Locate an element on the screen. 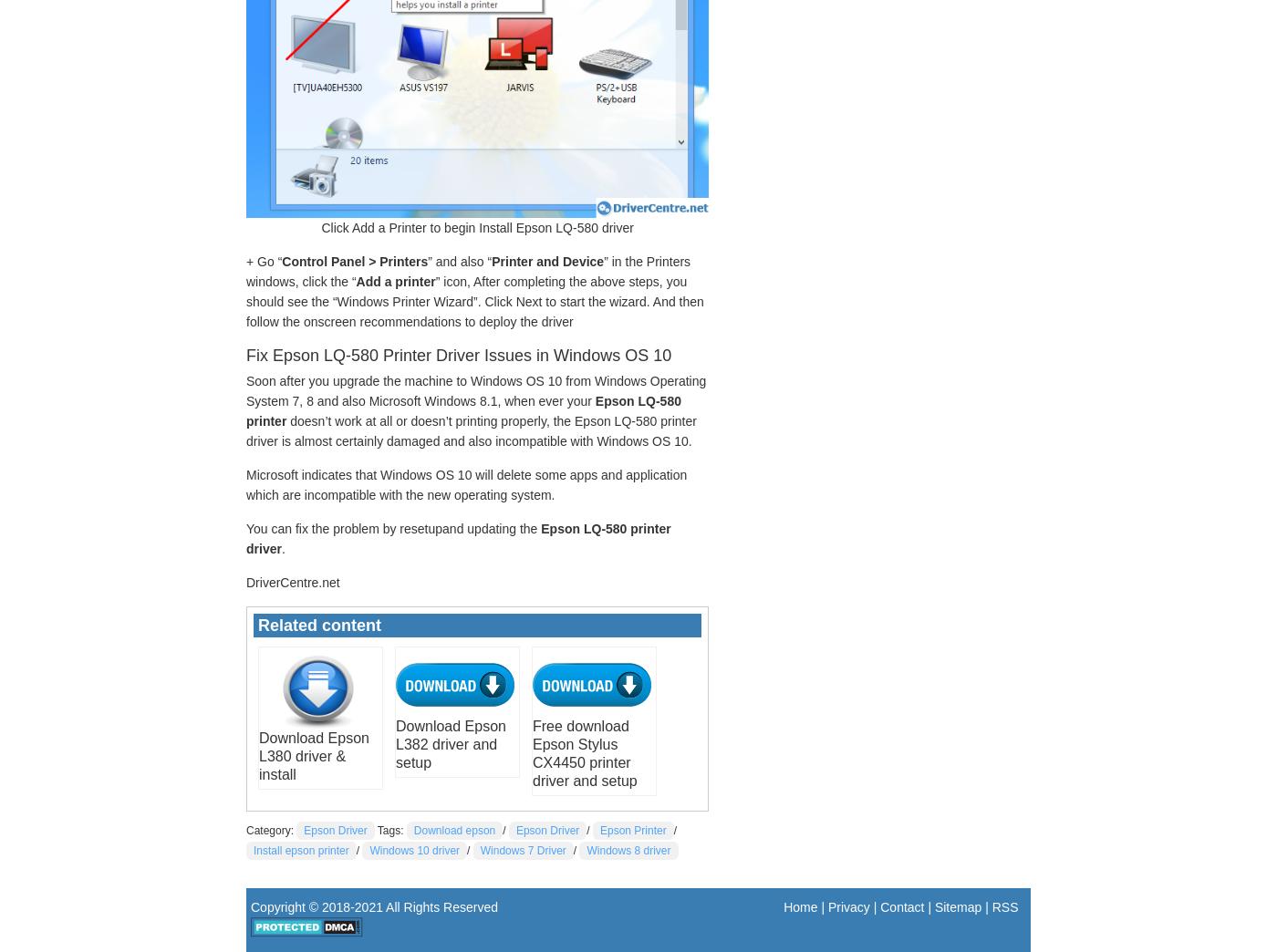 This screenshot has width=1277, height=952. 'doesn’t work at all or doesn’t printing properly, the Epson LQ-580 printer driver is almost certainly damaged and also incompatible with Windows OS 10.' is located at coordinates (471, 429).